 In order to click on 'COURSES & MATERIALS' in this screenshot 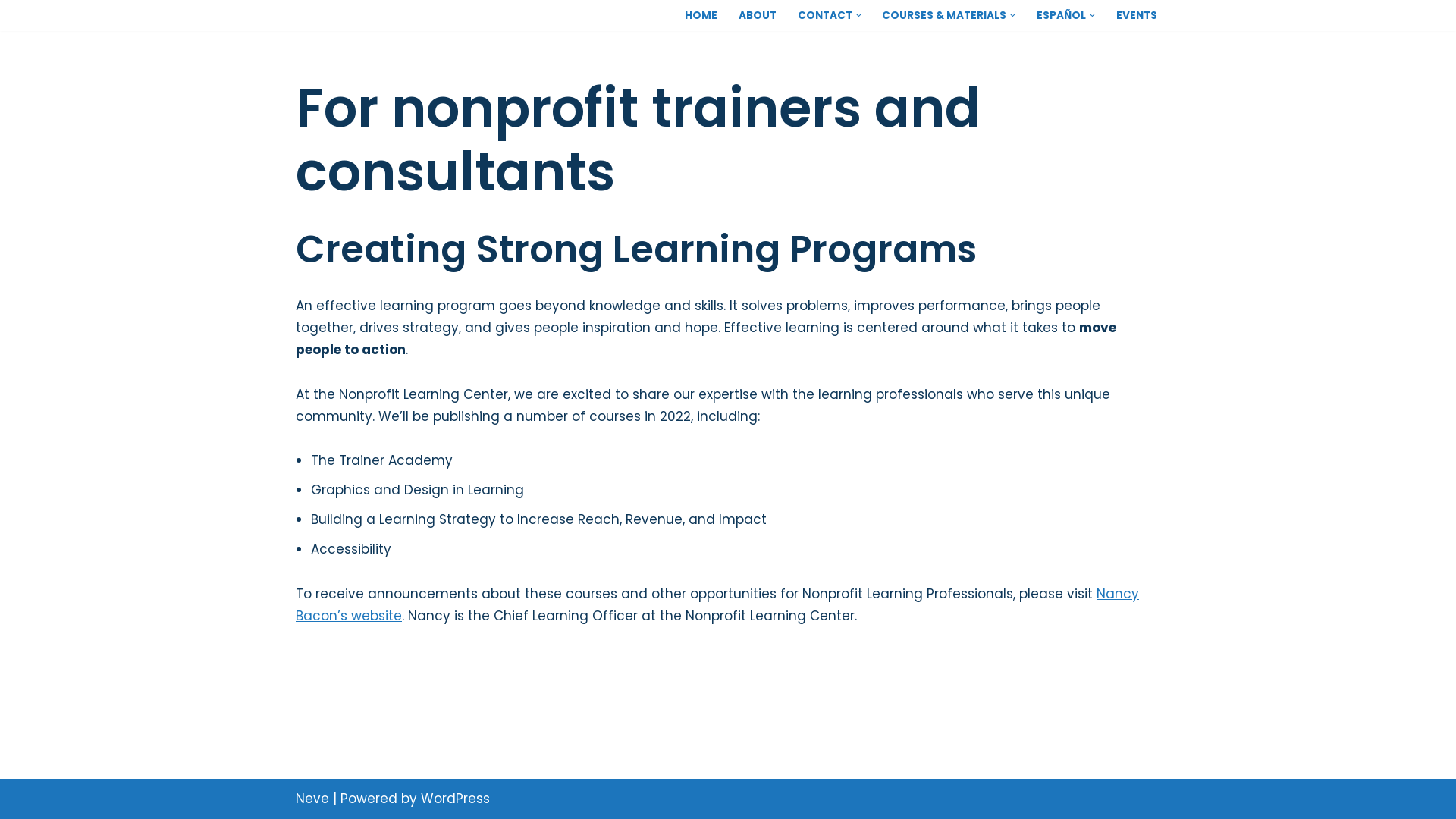, I will do `click(943, 15)`.